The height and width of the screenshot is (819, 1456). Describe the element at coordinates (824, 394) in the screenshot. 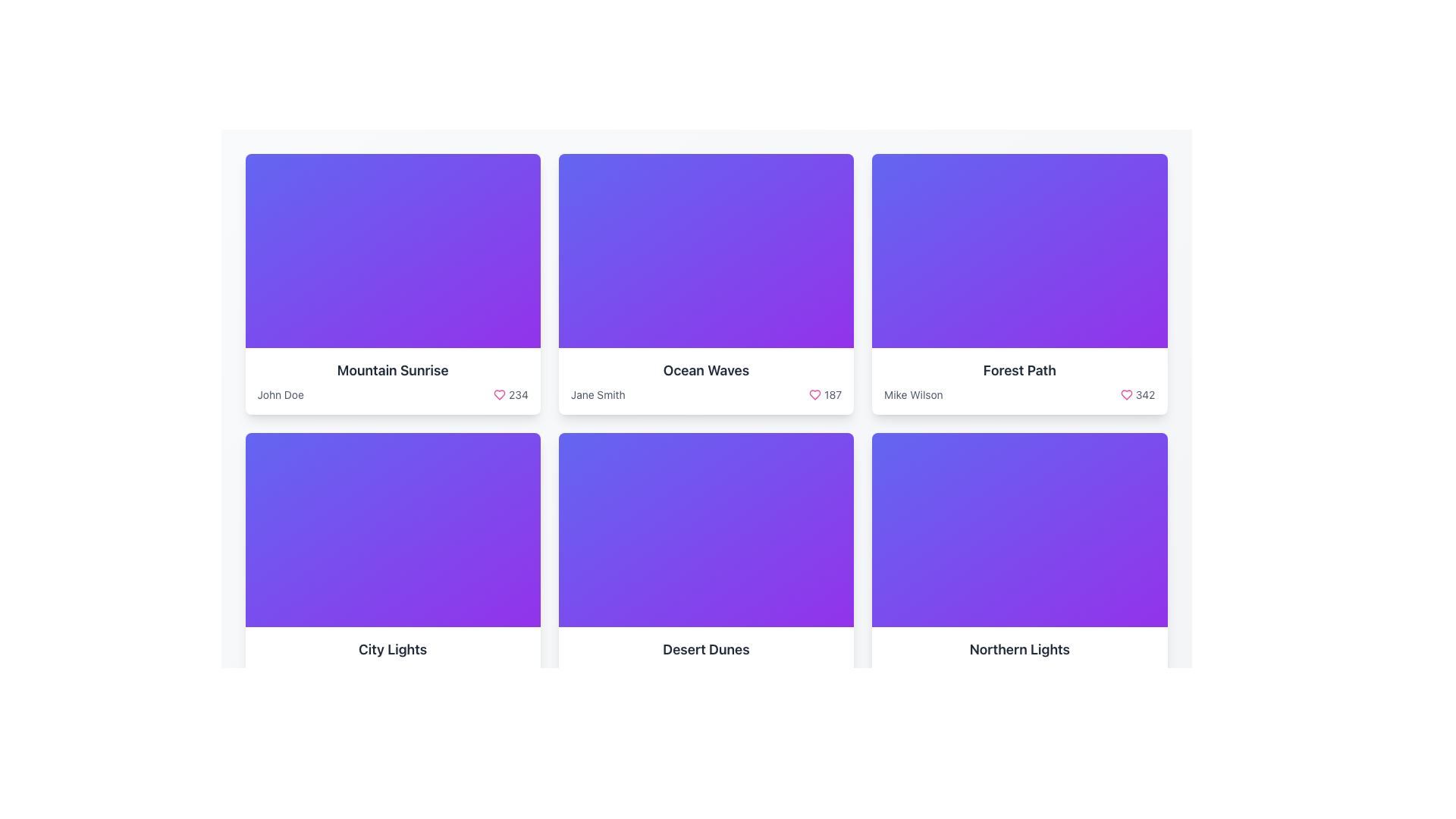

I see `number of likes displayed in the text label for the 'Ocean Waves' item, located on the right side of the card in the UI grid` at that location.